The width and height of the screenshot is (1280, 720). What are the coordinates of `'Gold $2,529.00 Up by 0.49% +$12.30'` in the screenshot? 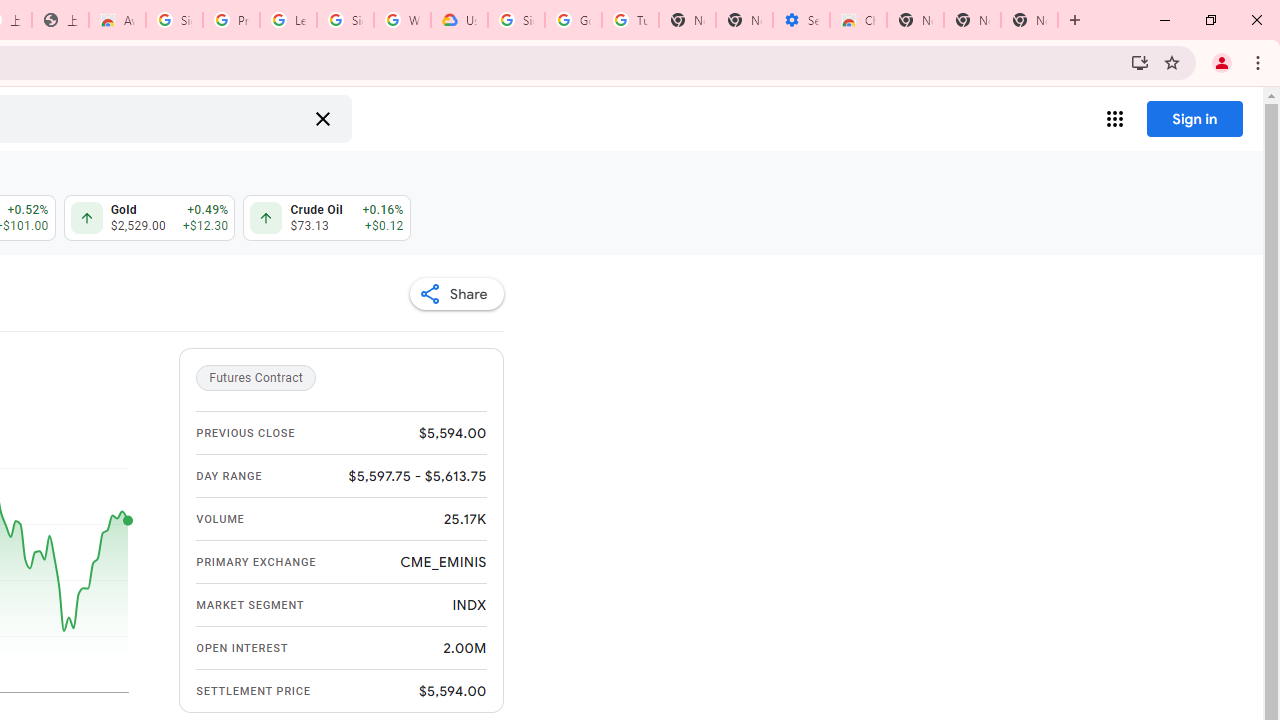 It's located at (148, 218).